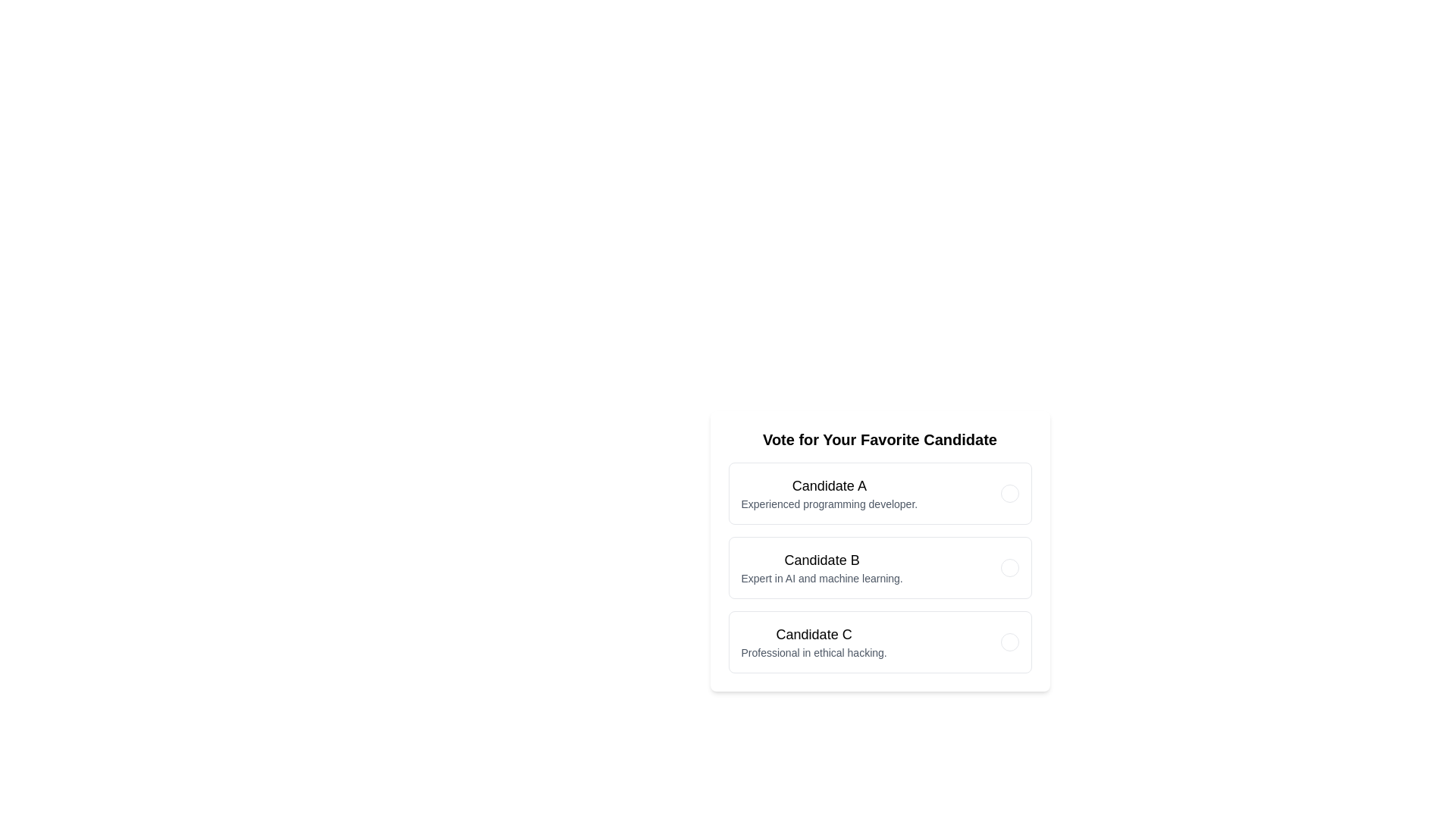 The width and height of the screenshot is (1456, 819). Describe the element at coordinates (880, 642) in the screenshot. I see `the Candidate C voting area to toggle the vote` at that location.